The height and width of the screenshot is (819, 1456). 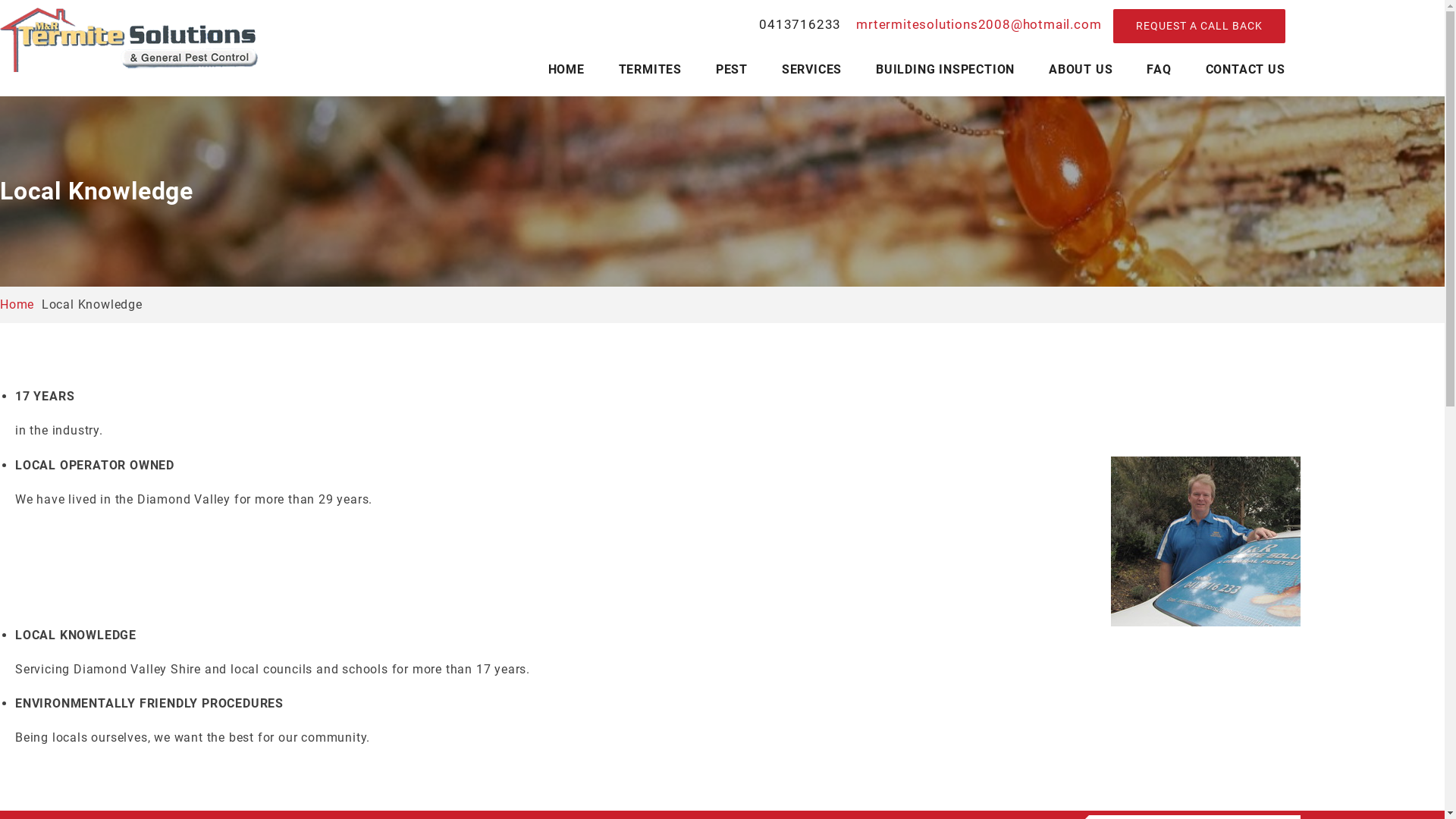 What do you see at coordinates (650, 70) in the screenshot?
I see `'TERMITES'` at bounding box center [650, 70].